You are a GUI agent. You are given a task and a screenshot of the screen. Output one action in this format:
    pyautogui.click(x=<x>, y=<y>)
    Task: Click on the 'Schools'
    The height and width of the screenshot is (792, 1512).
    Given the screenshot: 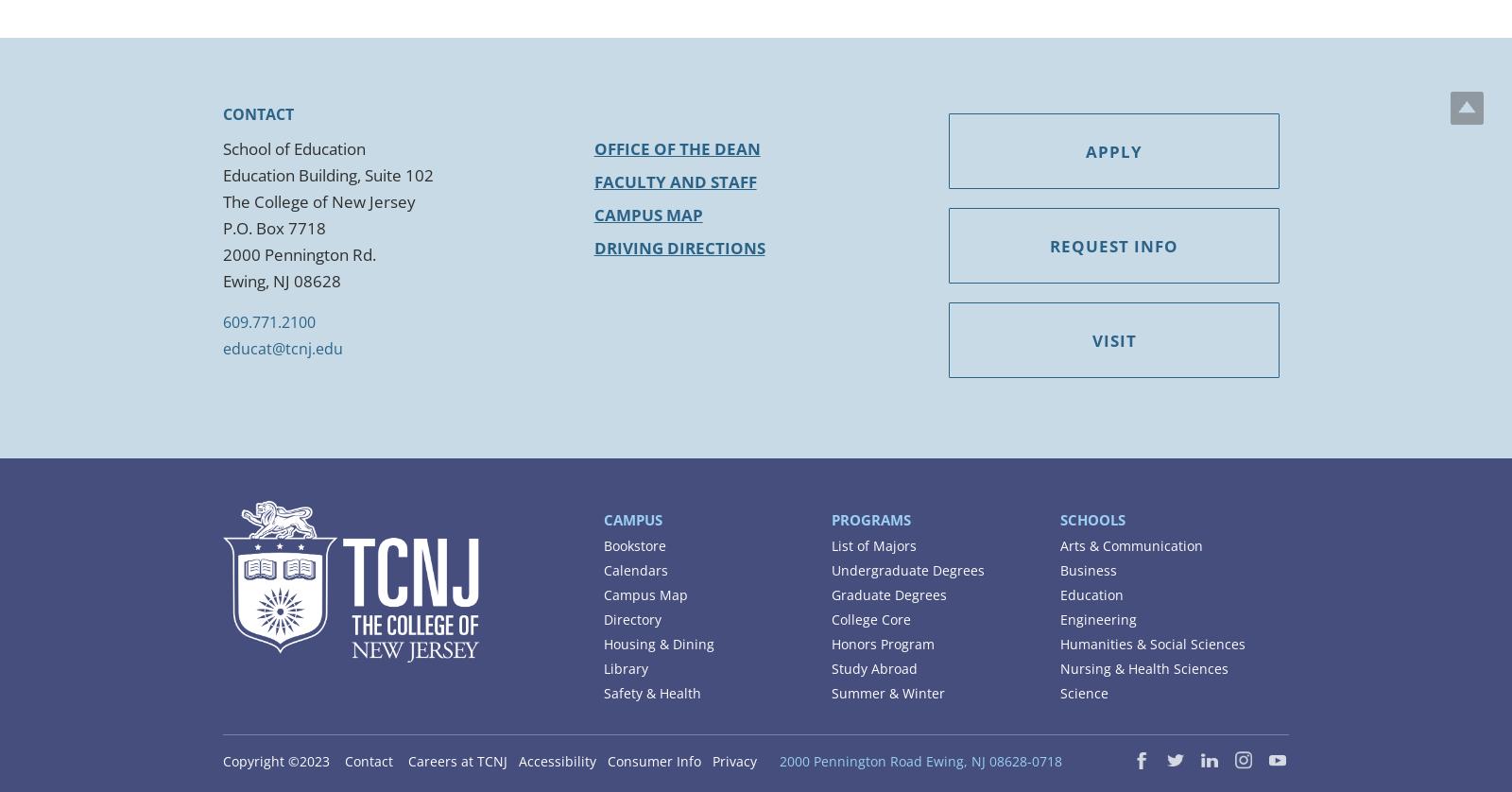 What is the action you would take?
    pyautogui.click(x=1091, y=519)
    